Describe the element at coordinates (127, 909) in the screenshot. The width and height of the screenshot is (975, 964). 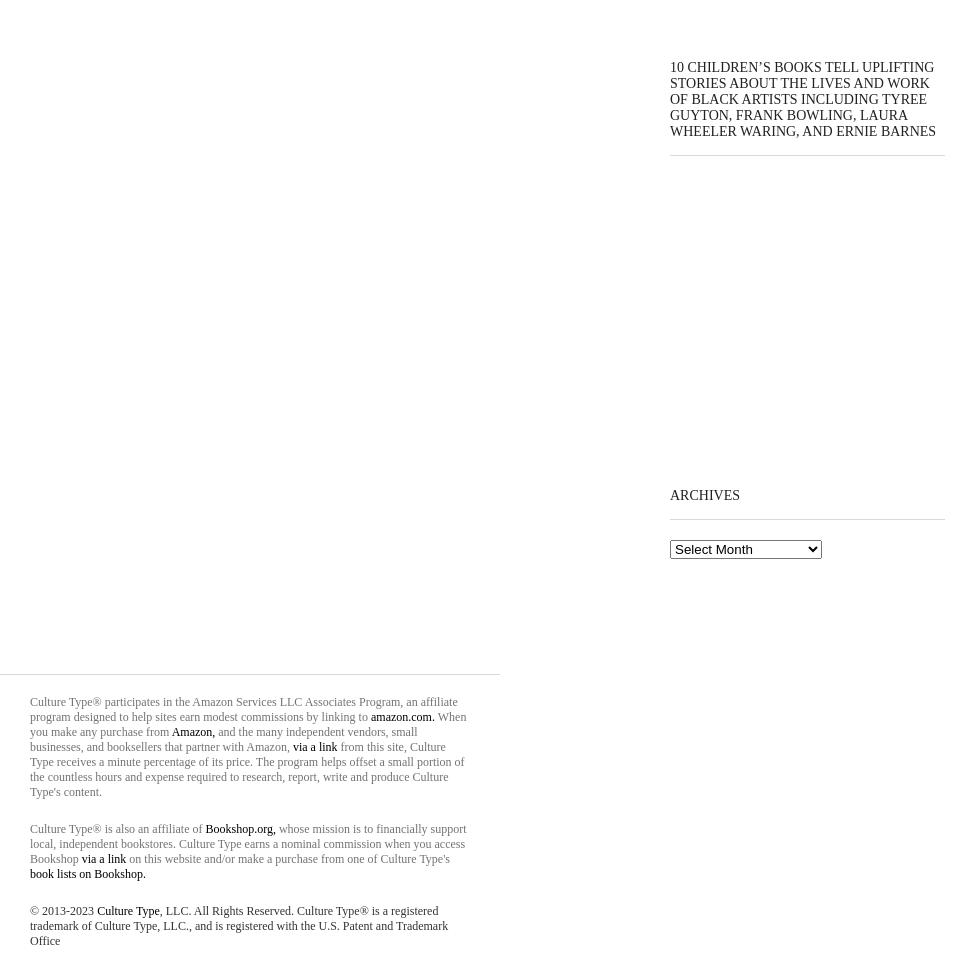
I see `'Culture Type'` at that location.